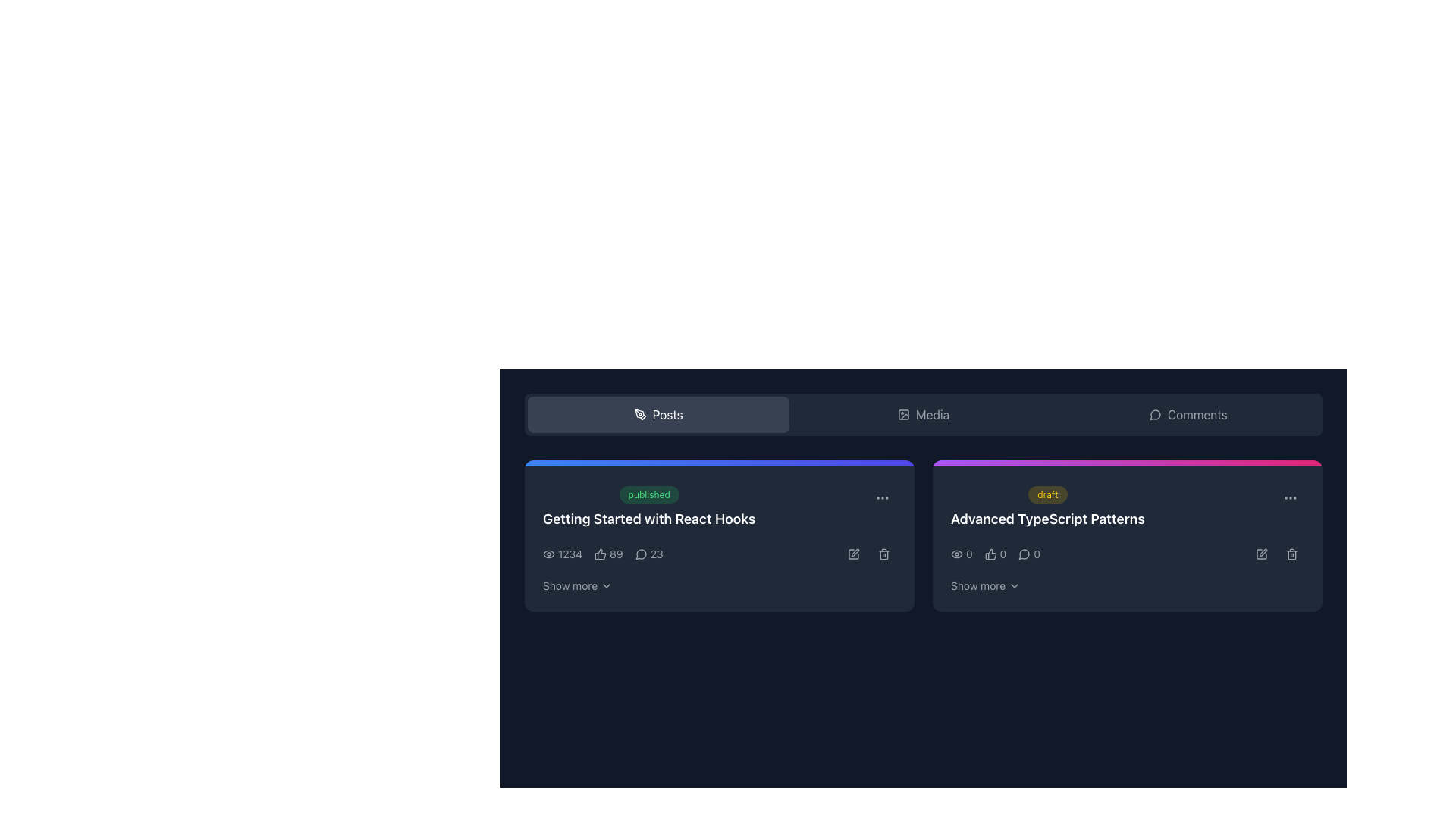 The height and width of the screenshot is (819, 1456). I want to click on the 'delete' button located at the bottom-right corner of the card titled 'Advanced TypeScript Patterns', so click(1291, 554).